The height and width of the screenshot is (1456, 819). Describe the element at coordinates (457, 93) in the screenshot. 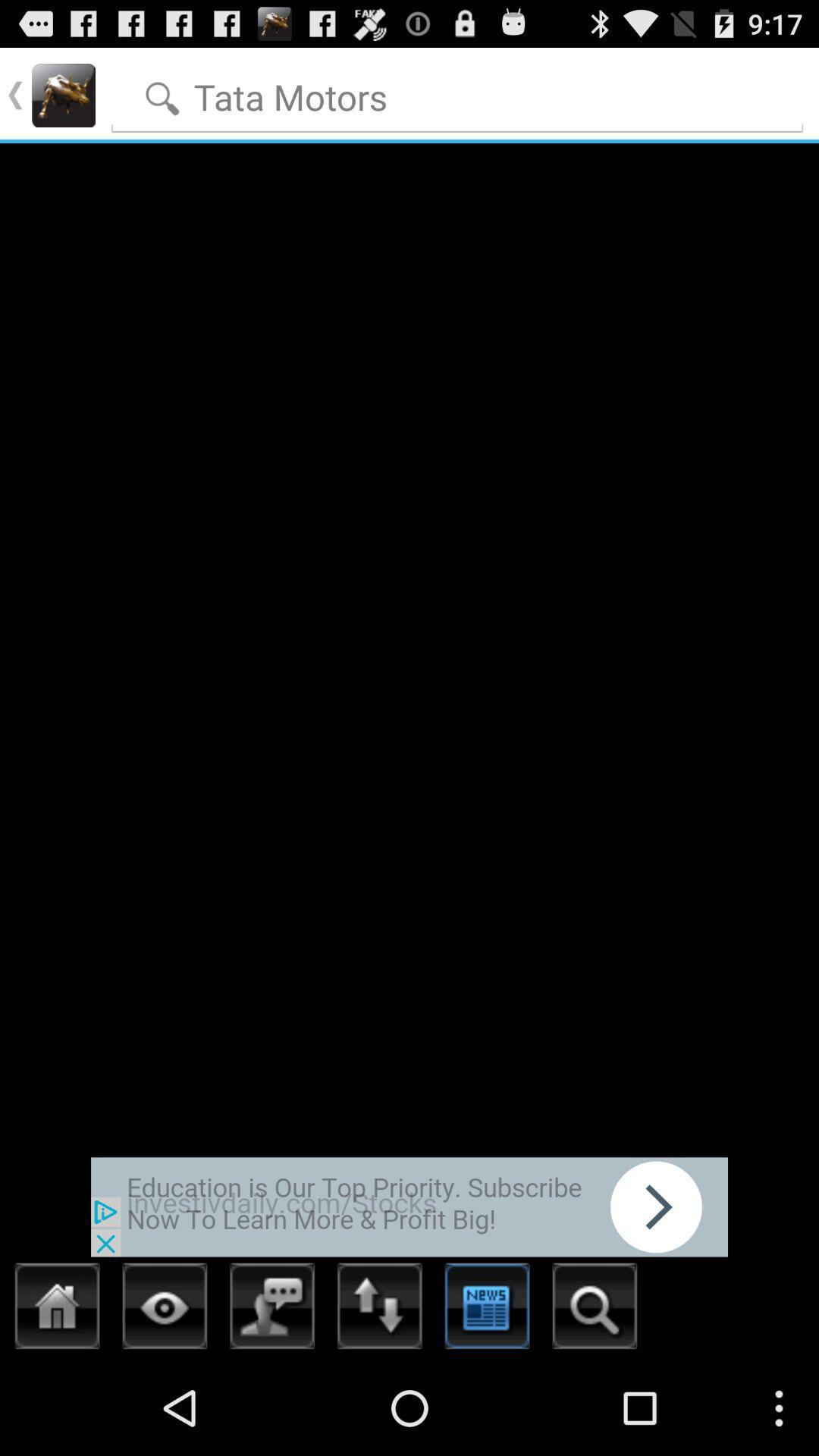

I see `words to search` at that location.